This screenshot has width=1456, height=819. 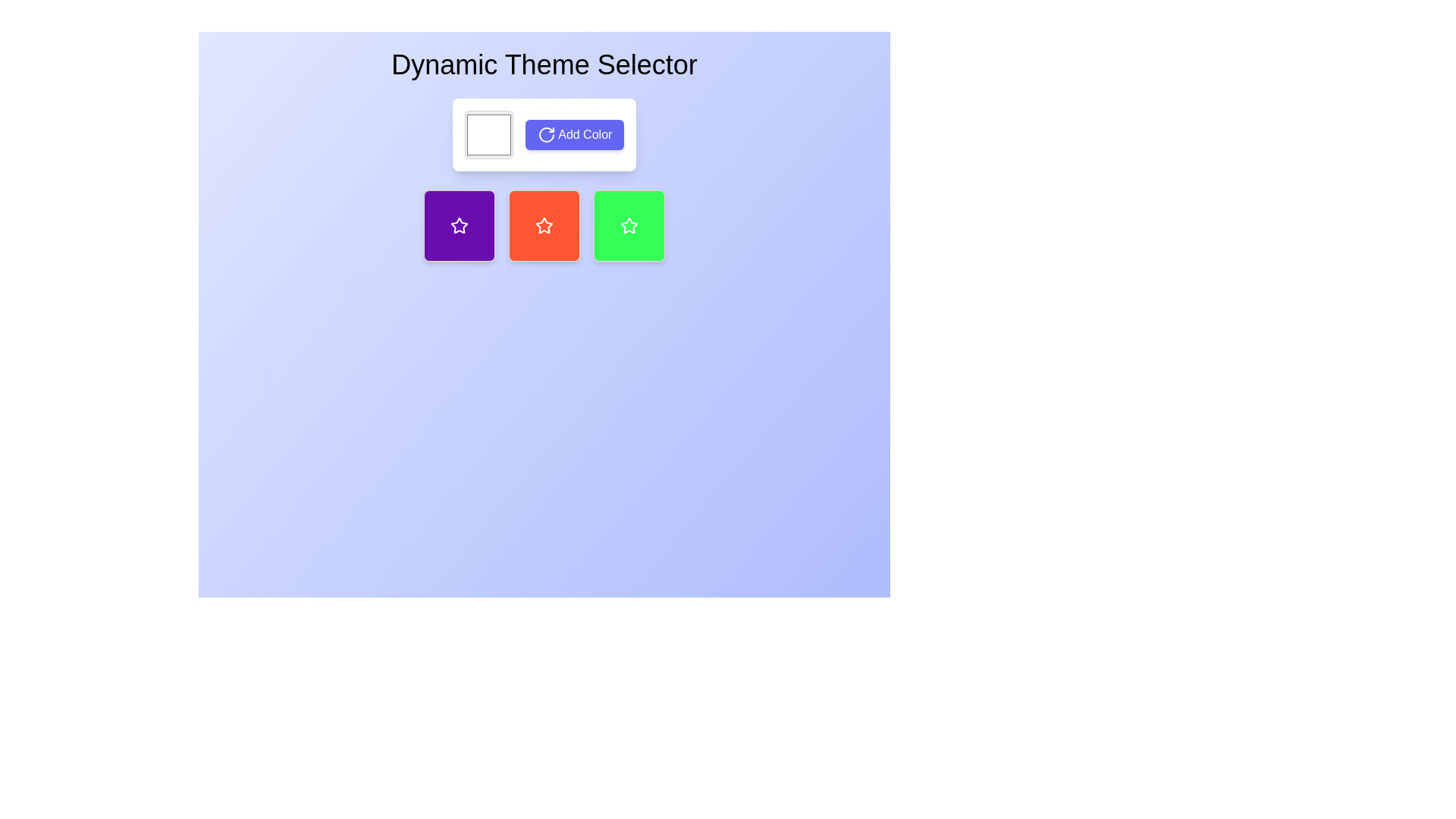 What do you see at coordinates (629, 225) in the screenshot?
I see `the bottom-right square tile button with a bright green background and a white star icon` at bounding box center [629, 225].